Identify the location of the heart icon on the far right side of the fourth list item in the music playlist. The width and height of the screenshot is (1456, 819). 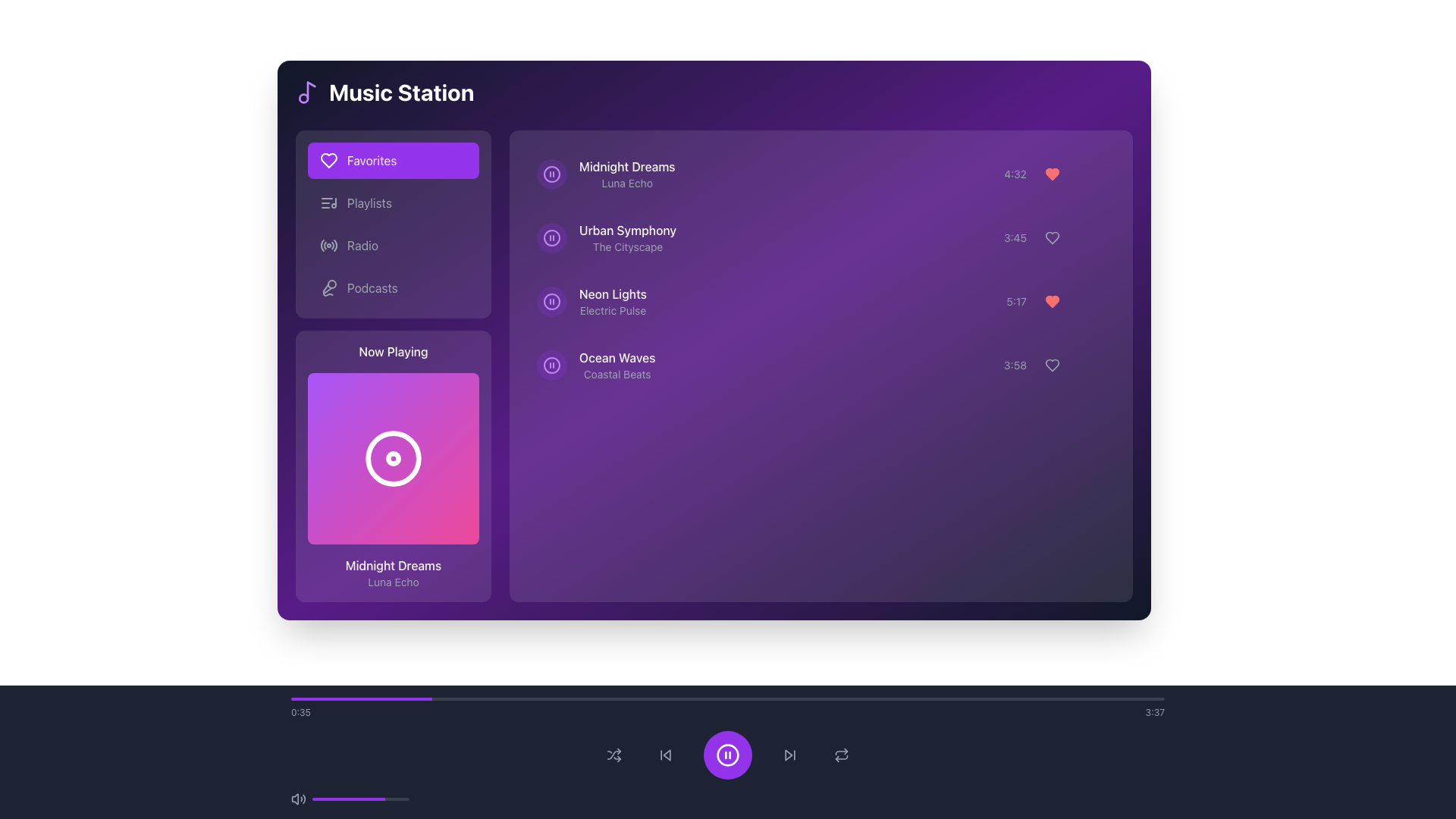
(1051, 366).